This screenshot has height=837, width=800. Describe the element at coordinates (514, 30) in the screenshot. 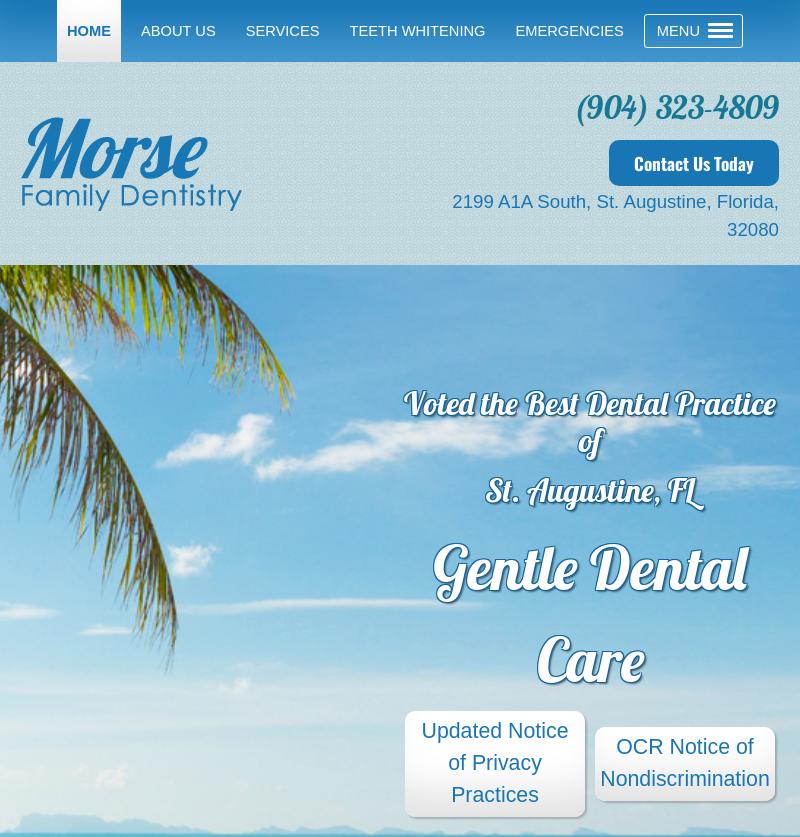

I see `'Emergencies'` at that location.